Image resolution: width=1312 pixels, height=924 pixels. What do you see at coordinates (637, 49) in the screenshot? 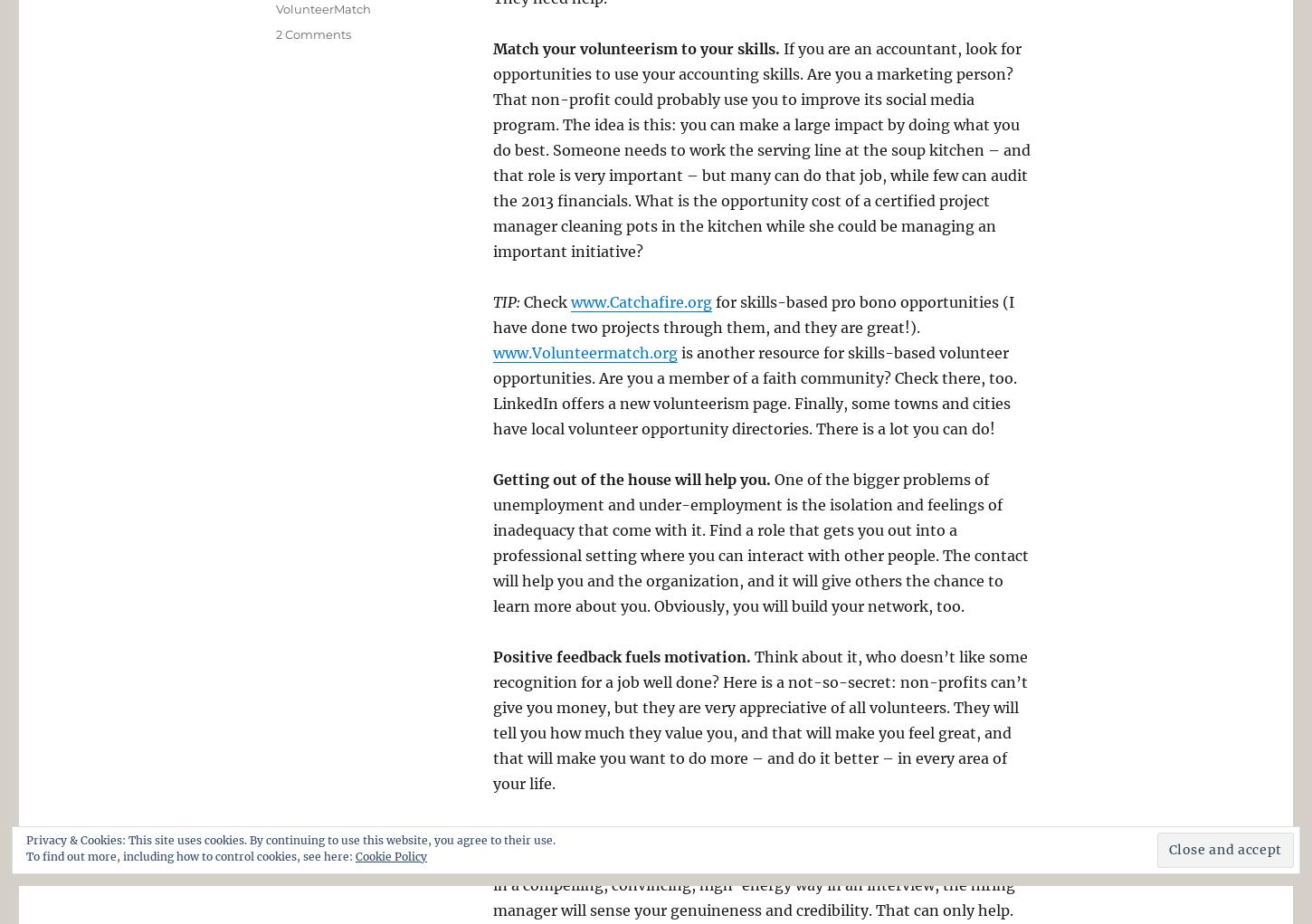
I see `'Match your volunteerism to your skills.'` at bounding box center [637, 49].